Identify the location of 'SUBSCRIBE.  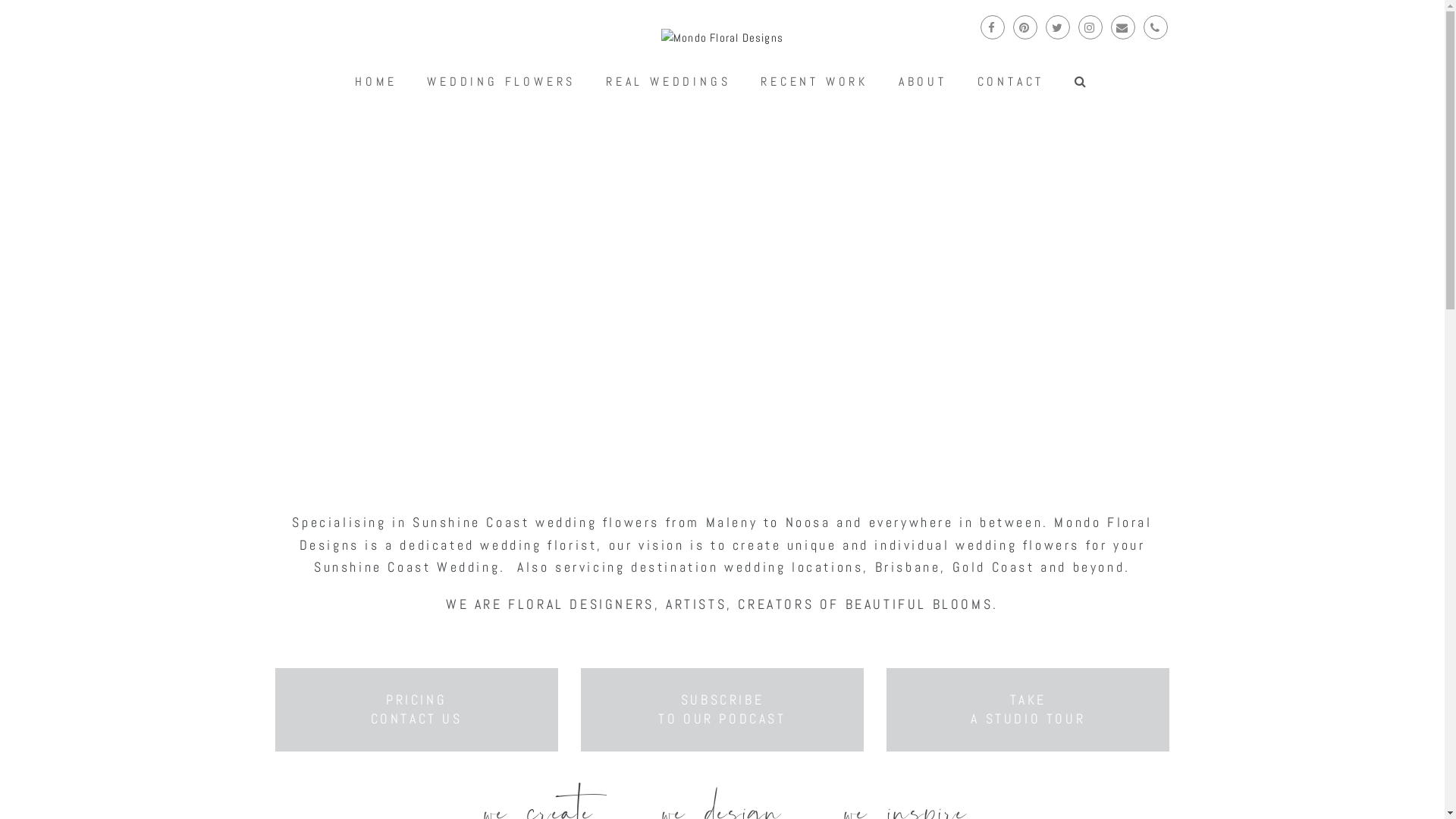
(720, 708).